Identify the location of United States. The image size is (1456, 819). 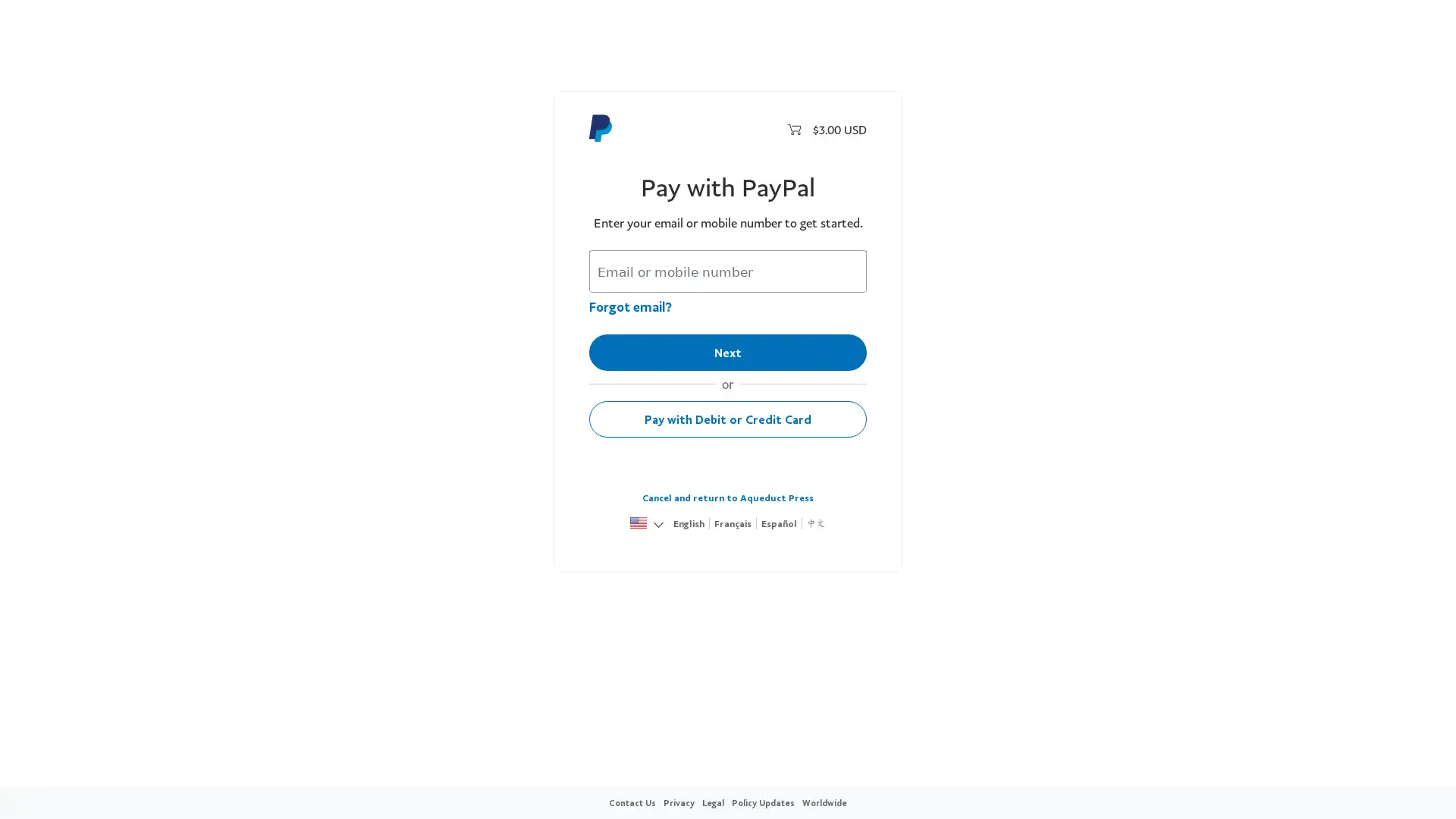
(638, 523).